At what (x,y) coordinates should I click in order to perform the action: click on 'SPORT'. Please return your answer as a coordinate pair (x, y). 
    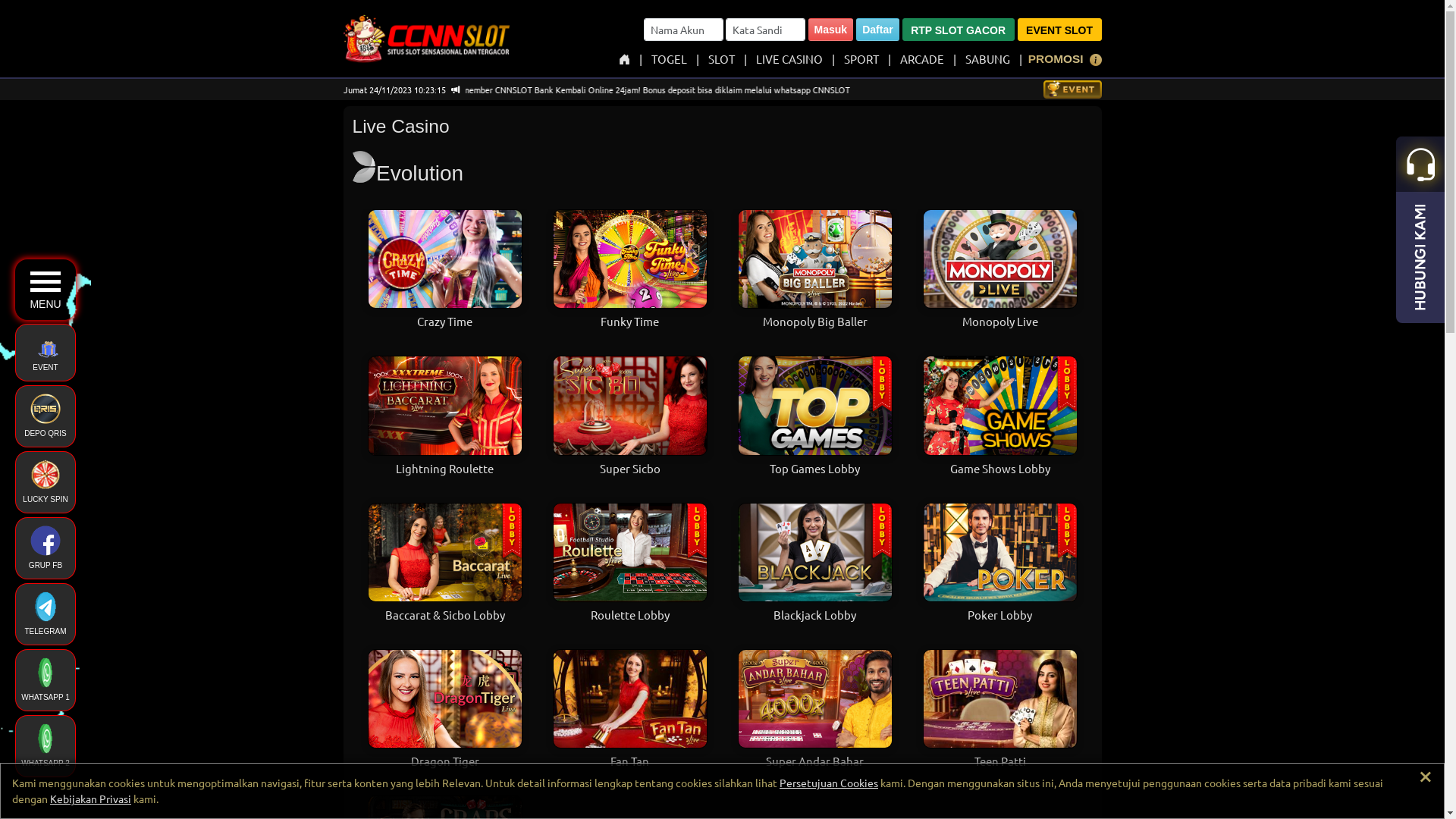
    Looking at the image, I should click on (861, 58).